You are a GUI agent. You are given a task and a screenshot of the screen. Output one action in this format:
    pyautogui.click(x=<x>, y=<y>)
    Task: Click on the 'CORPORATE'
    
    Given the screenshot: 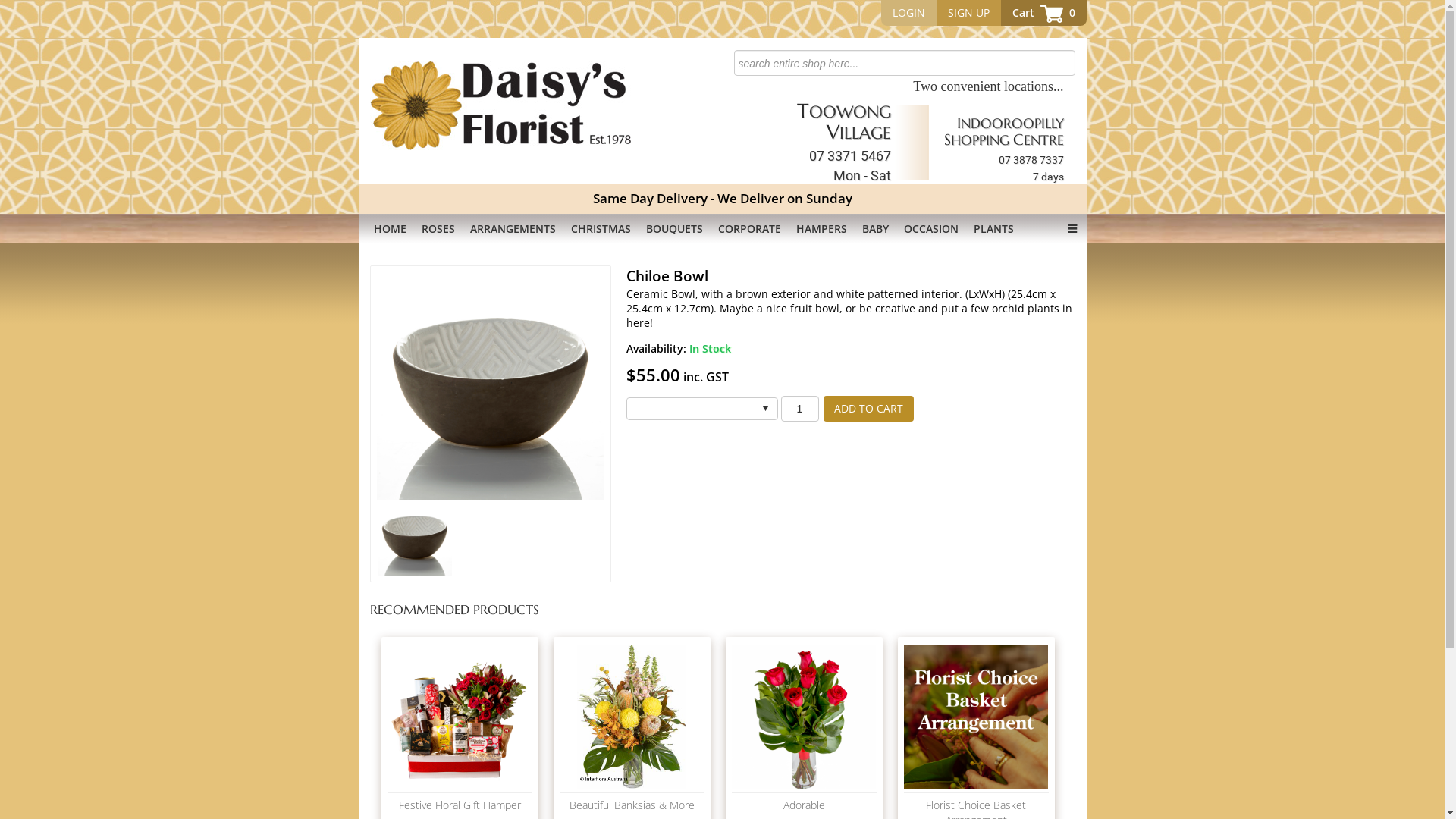 What is the action you would take?
    pyautogui.click(x=748, y=228)
    